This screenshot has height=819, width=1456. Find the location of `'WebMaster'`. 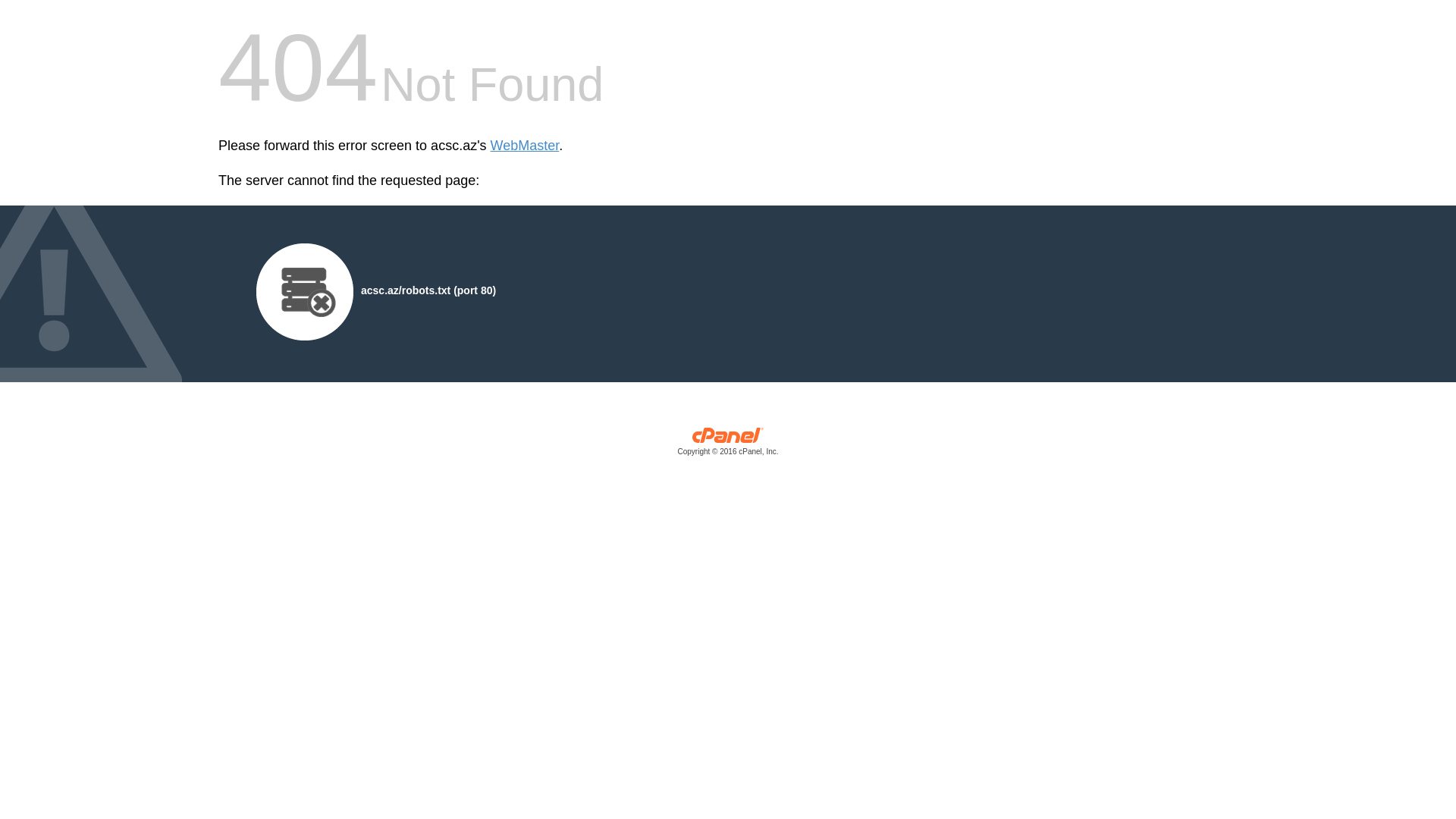

'WebMaster' is located at coordinates (525, 146).